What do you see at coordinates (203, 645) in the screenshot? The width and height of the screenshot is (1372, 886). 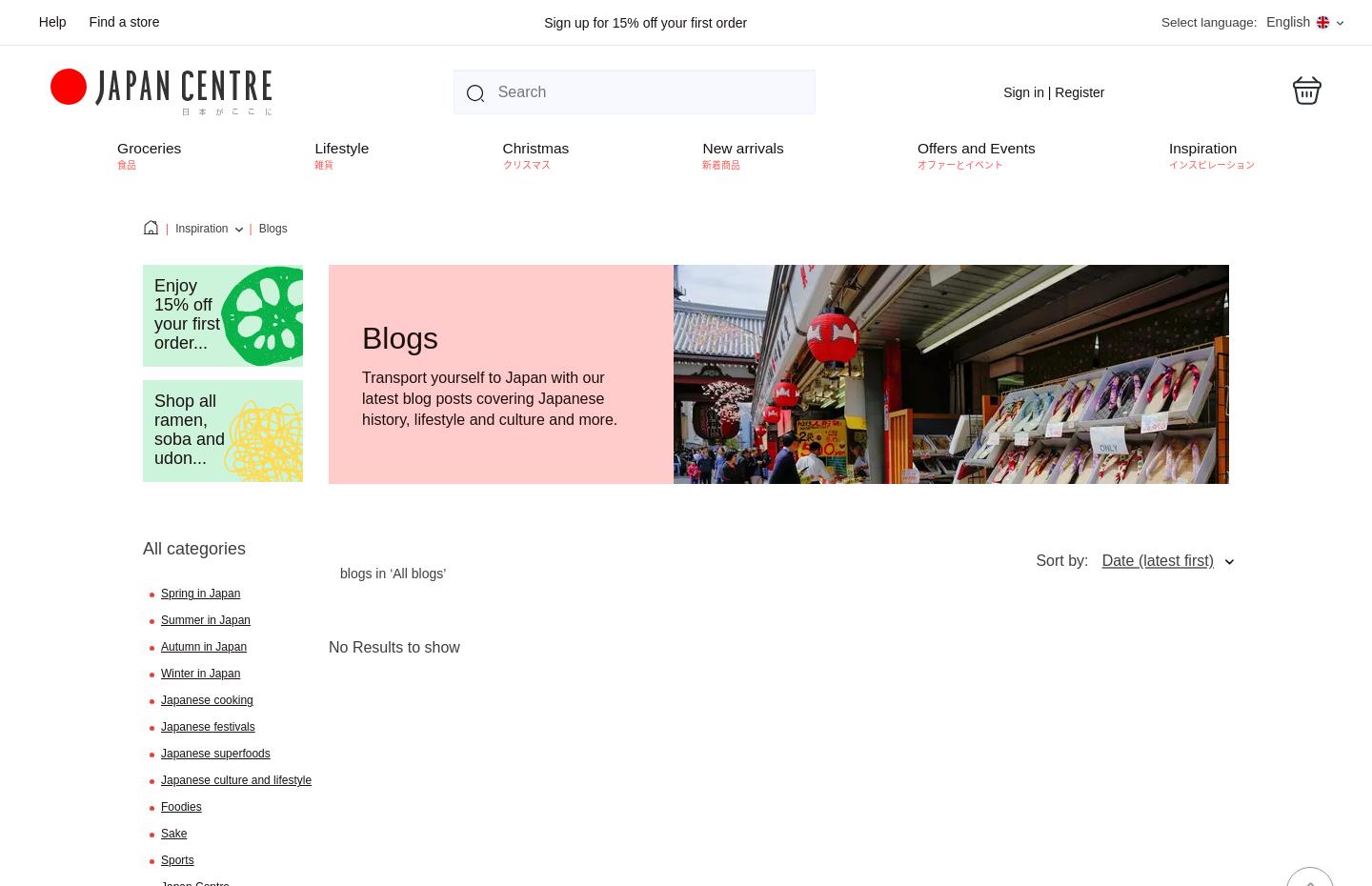 I see `'Autumn in Japan'` at bounding box center [203, 645].